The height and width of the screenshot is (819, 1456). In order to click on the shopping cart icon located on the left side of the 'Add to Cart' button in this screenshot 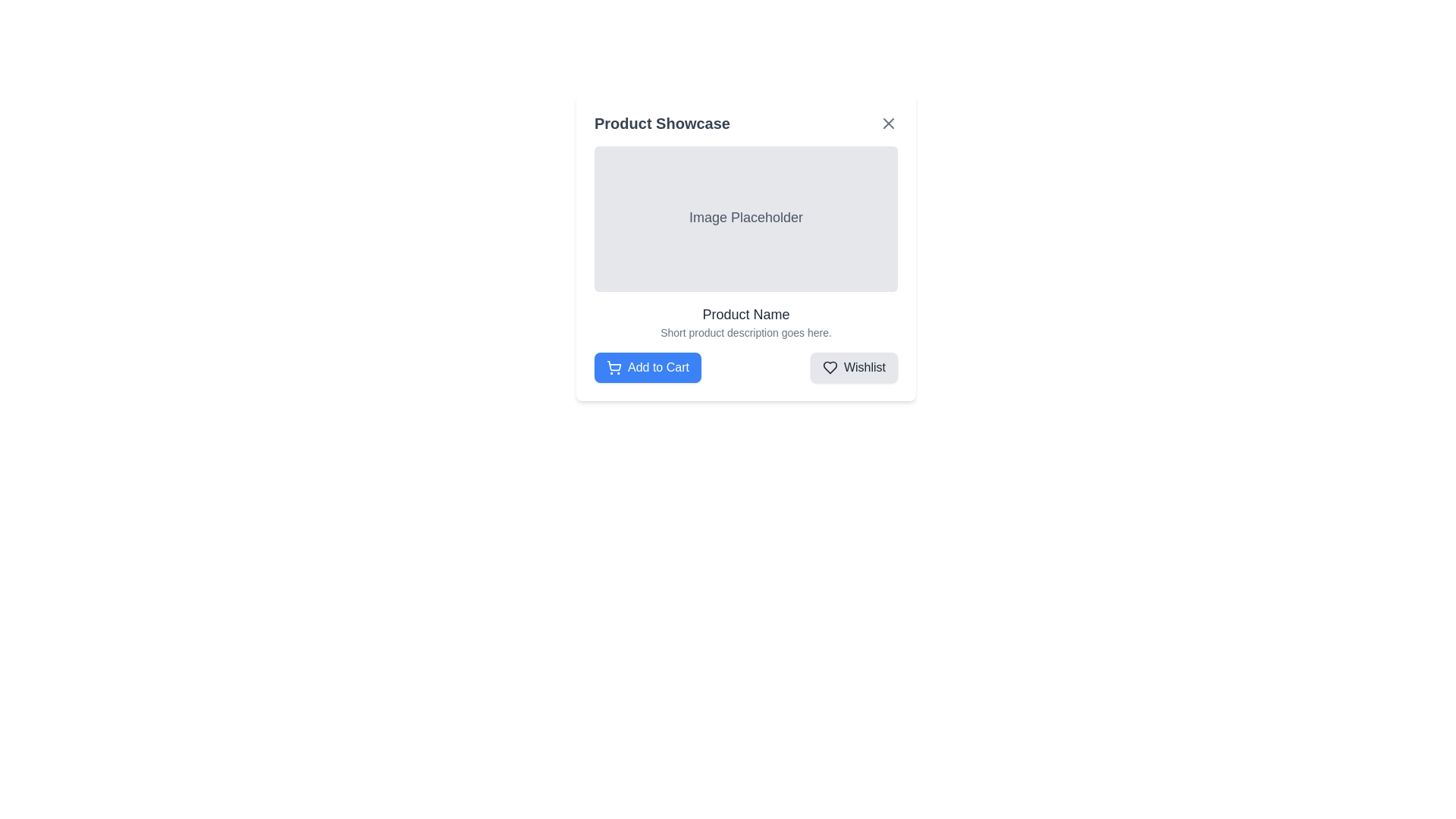, I will do `click(614, 366)`.